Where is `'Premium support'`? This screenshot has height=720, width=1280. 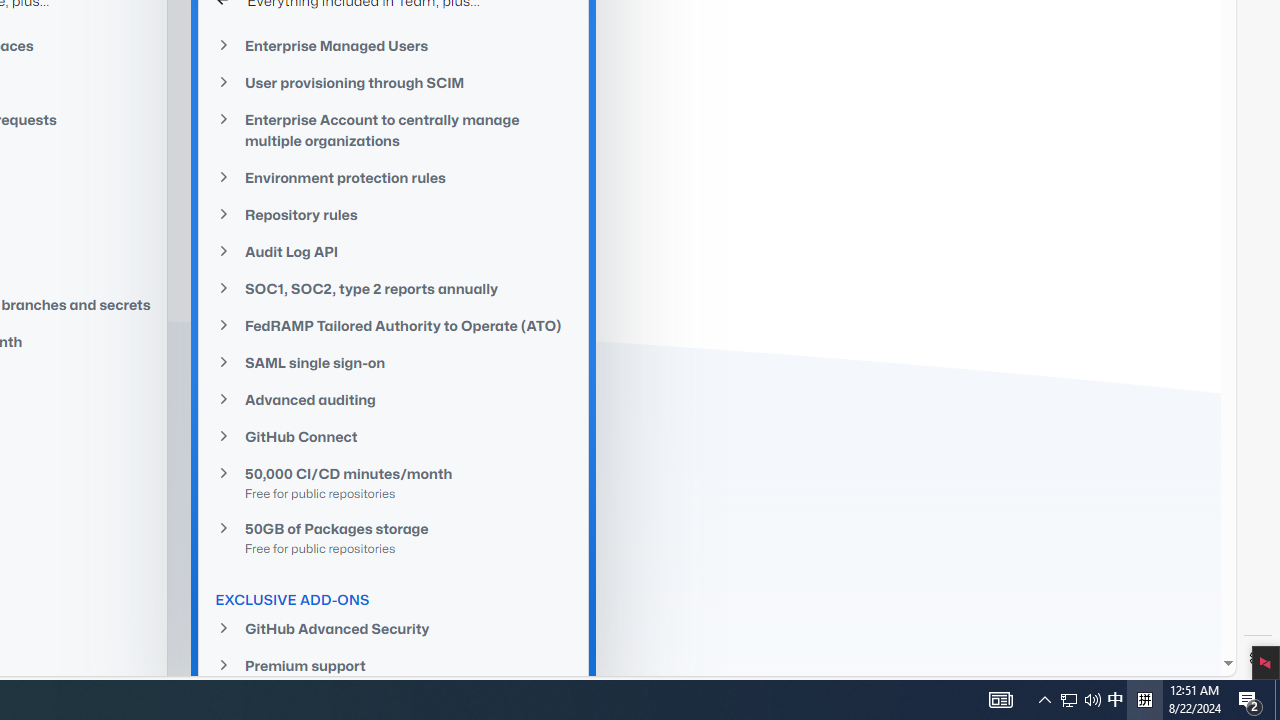 'Premium support' is located at coordinates (394, 665).